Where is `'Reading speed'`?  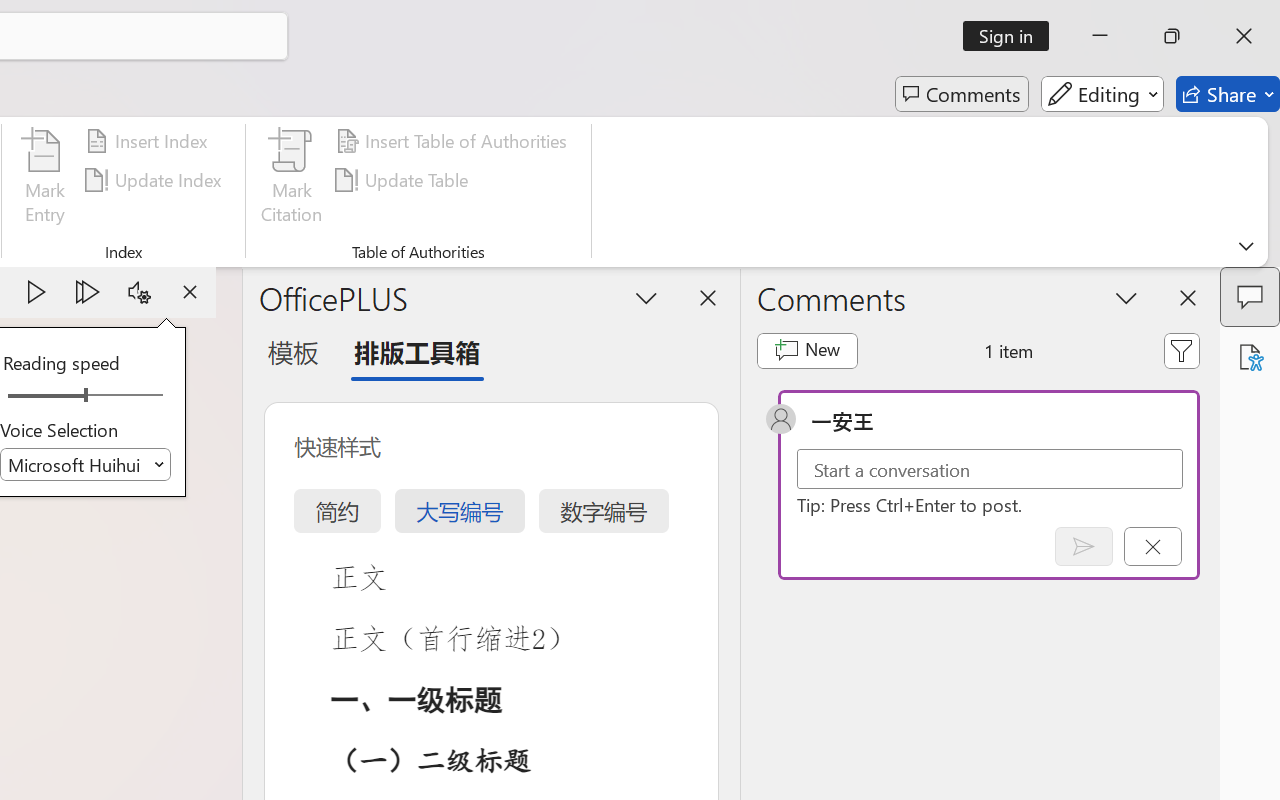
'Reading speed' is located at coordinates (84, 395).